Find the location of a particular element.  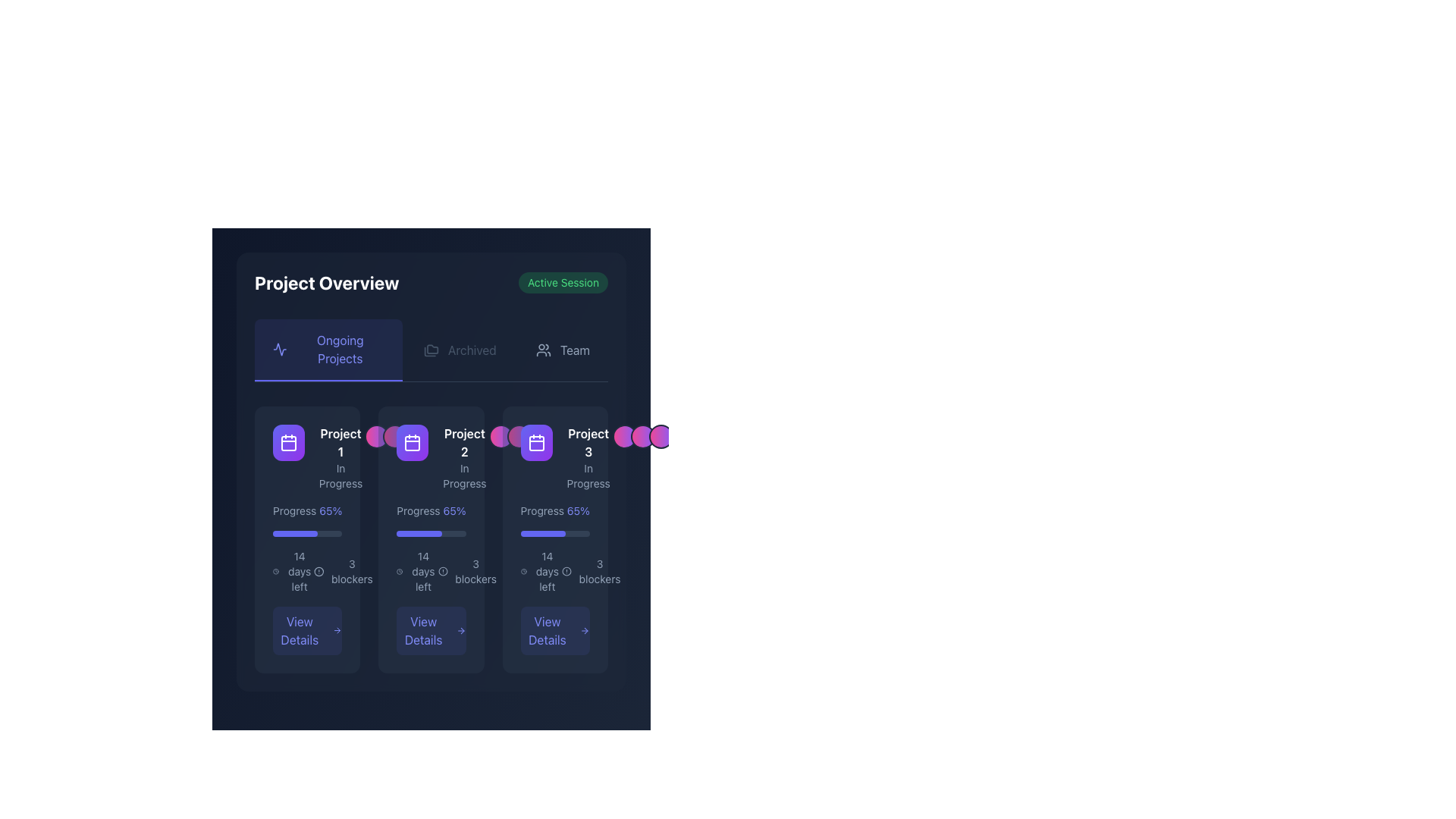

the descriptive label displaying '3 blockers' next to the warning icon is located at coordinates (591, 571).